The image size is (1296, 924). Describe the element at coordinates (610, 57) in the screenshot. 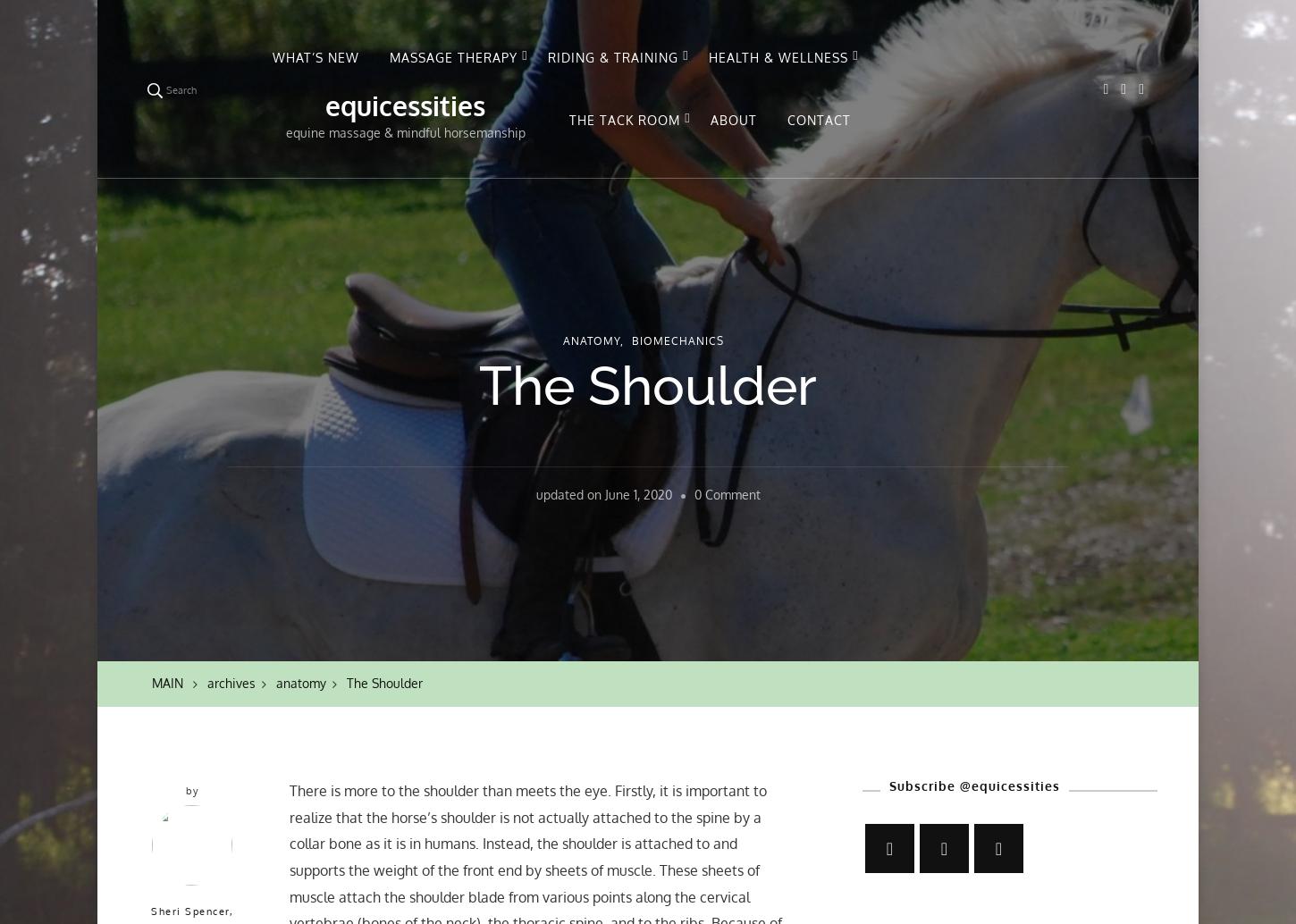

I see `'RIDING & TRAINING'` at that location.